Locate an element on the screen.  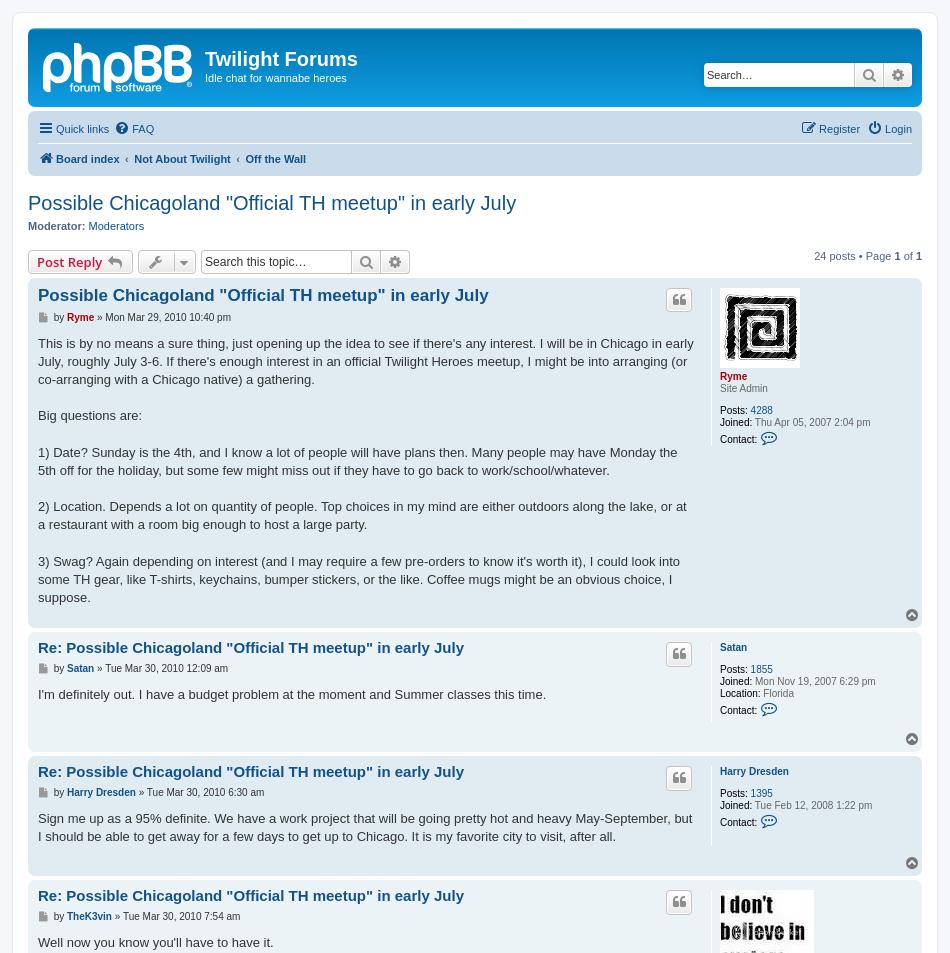
'Register' is located at coordinates (838, 126).